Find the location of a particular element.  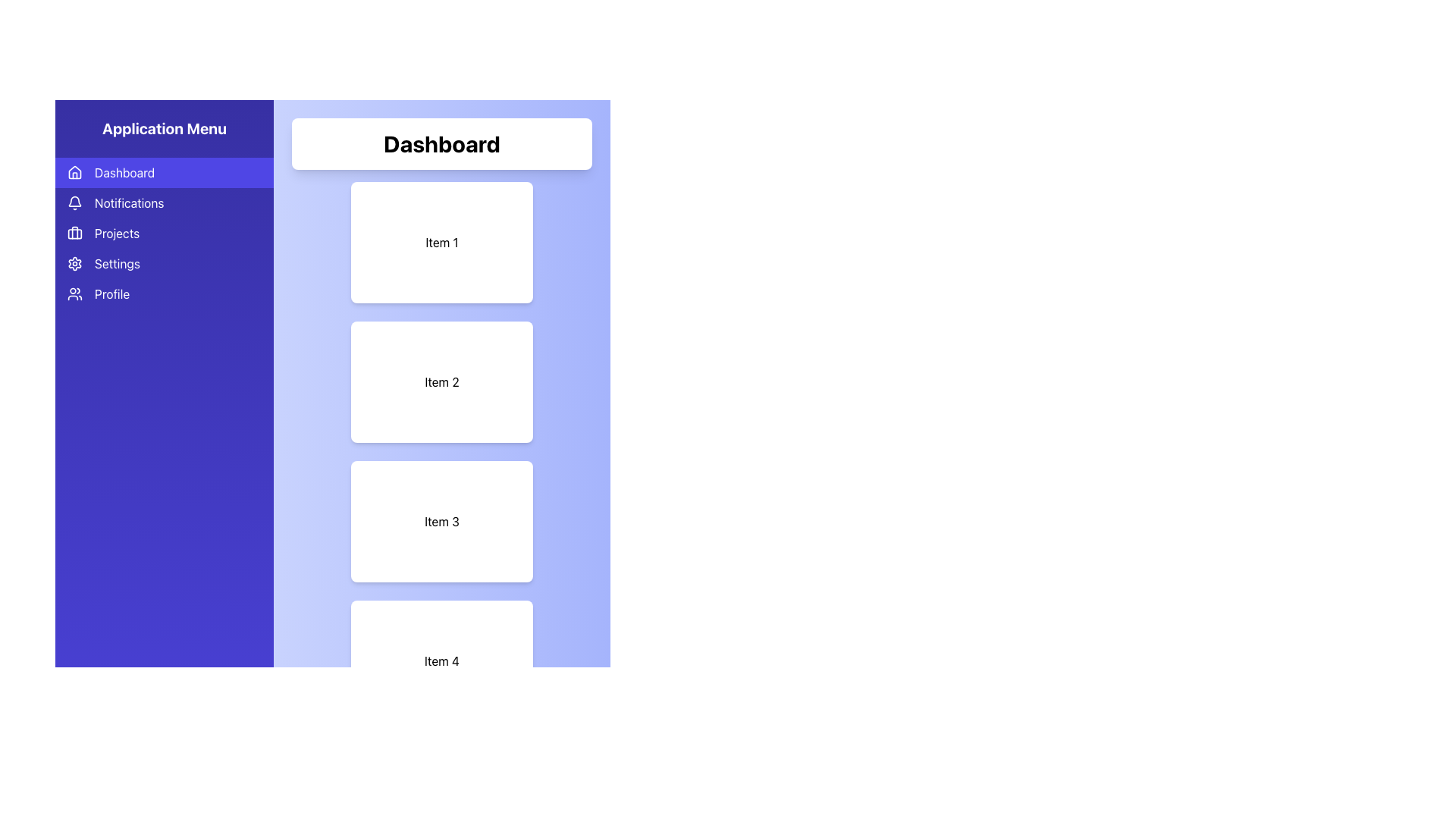

the settings icon located in the fourth row of the sidebar navigation list is located at coordinates (74, 262).